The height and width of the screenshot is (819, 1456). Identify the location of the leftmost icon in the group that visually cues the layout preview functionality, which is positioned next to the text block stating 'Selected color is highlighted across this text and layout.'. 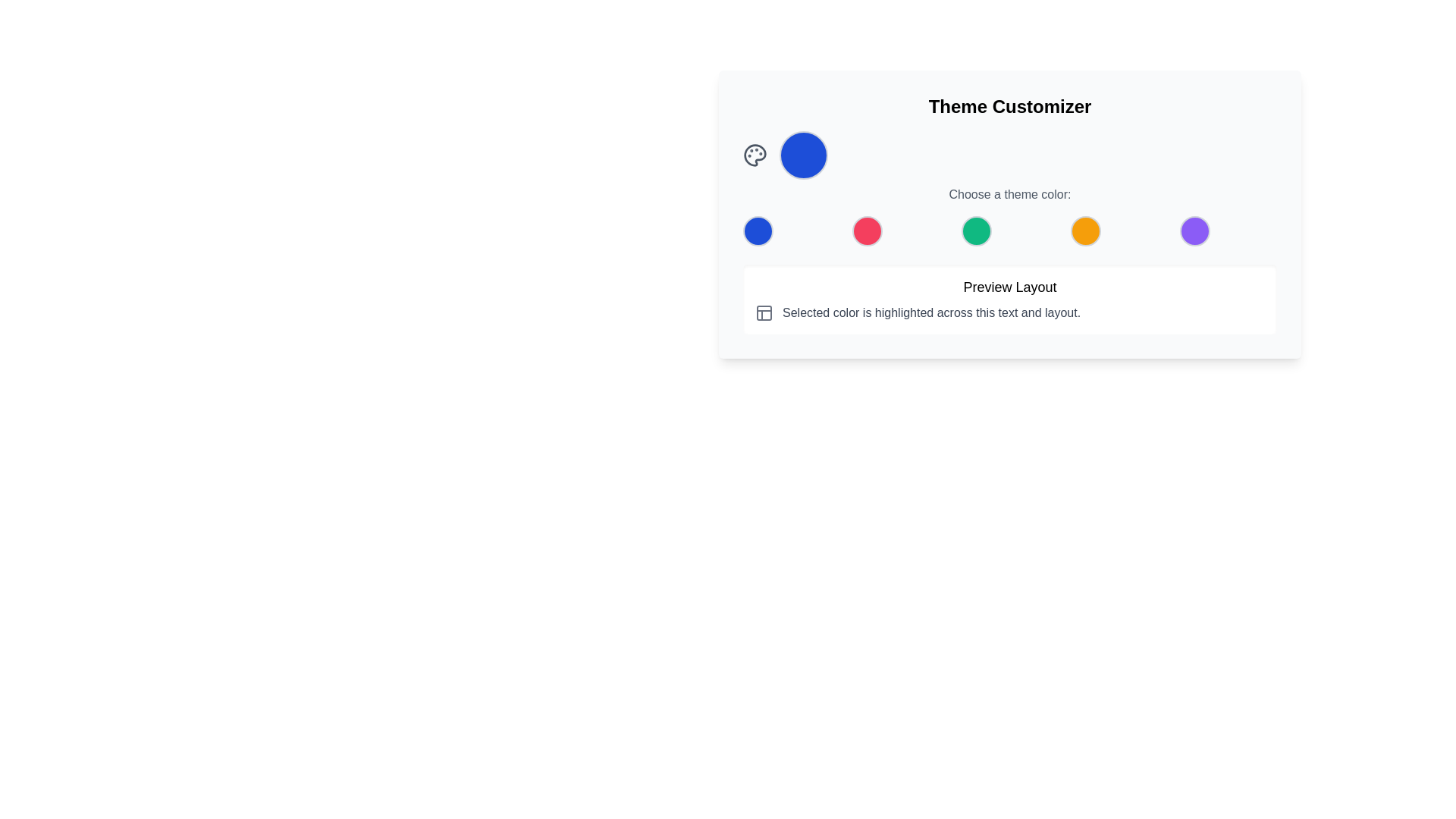
(764, 312).